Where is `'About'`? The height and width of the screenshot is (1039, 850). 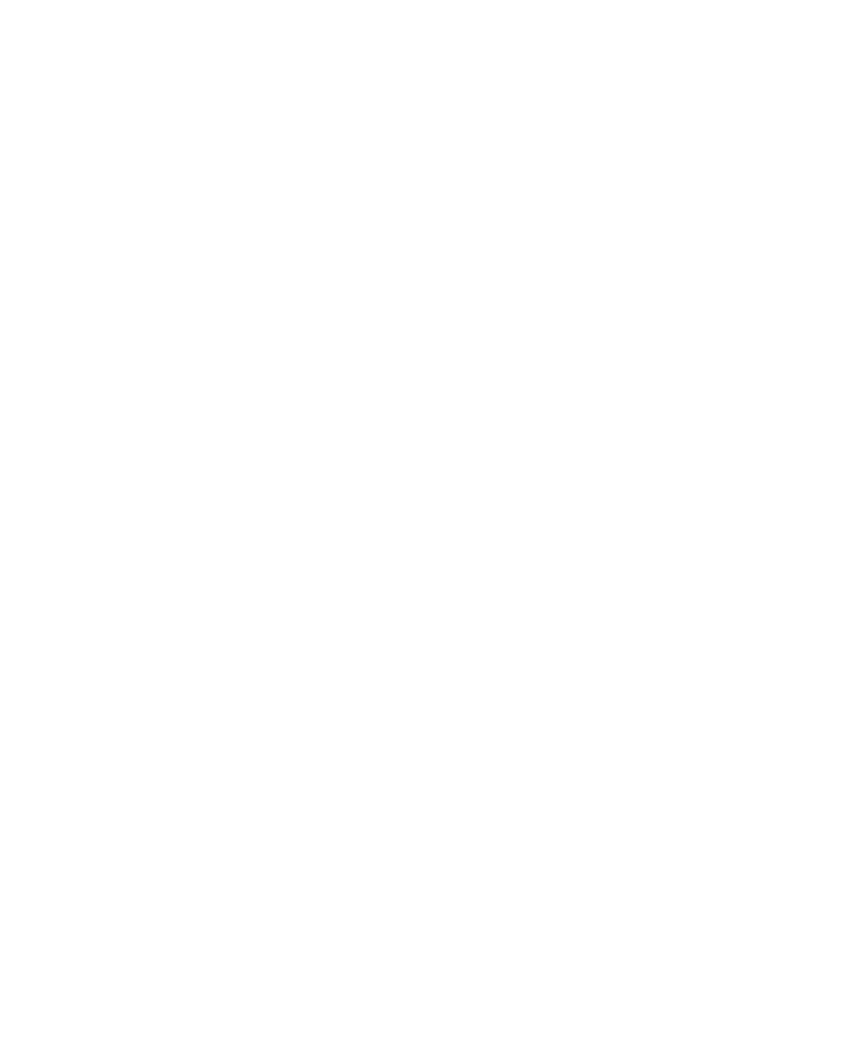
'About' is located at coordinates (108, 8).